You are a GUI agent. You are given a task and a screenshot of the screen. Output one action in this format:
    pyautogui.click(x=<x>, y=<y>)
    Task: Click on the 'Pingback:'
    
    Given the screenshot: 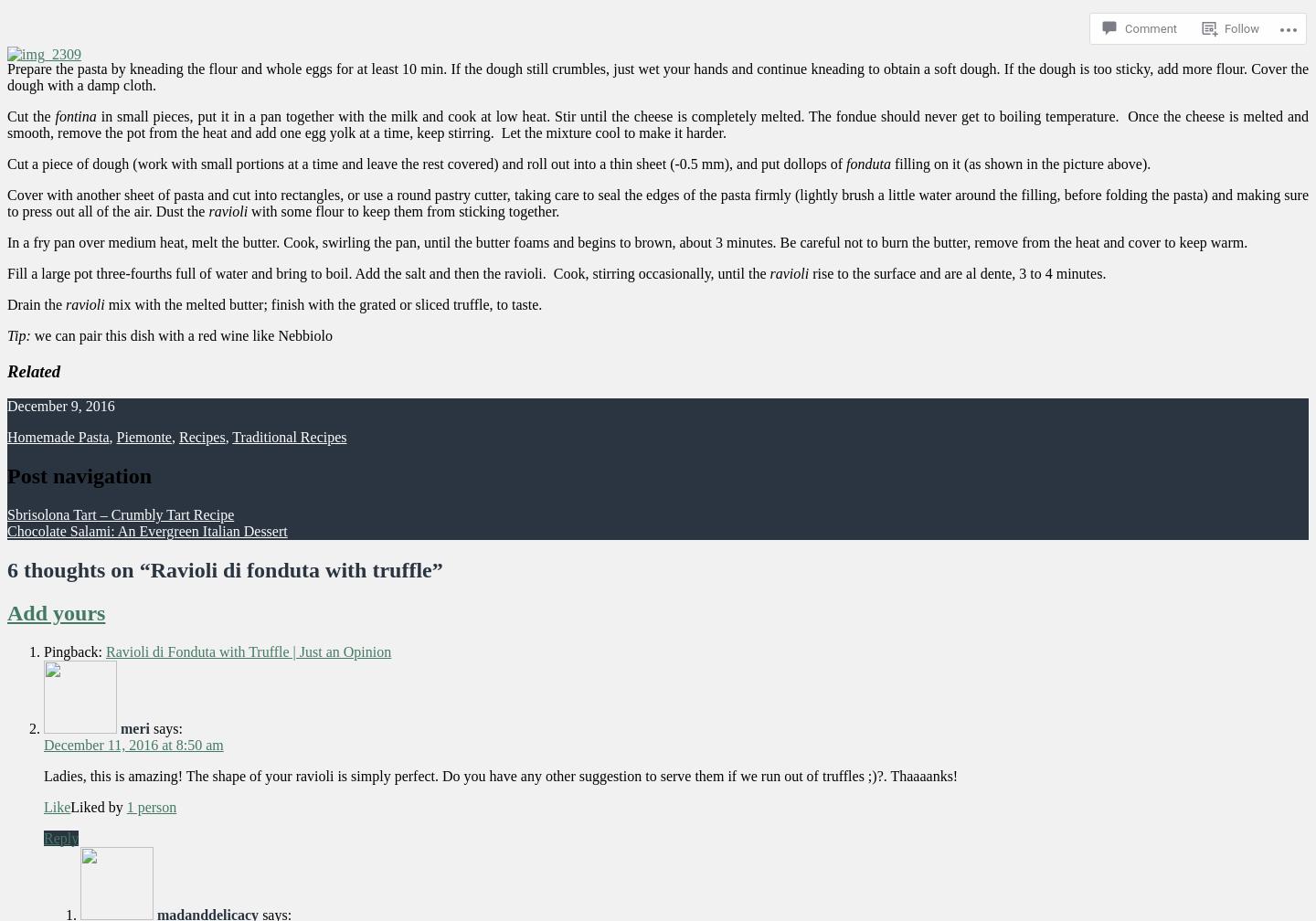 What is the action you would take?
    pyautogui.click(x=74, y=651)
    